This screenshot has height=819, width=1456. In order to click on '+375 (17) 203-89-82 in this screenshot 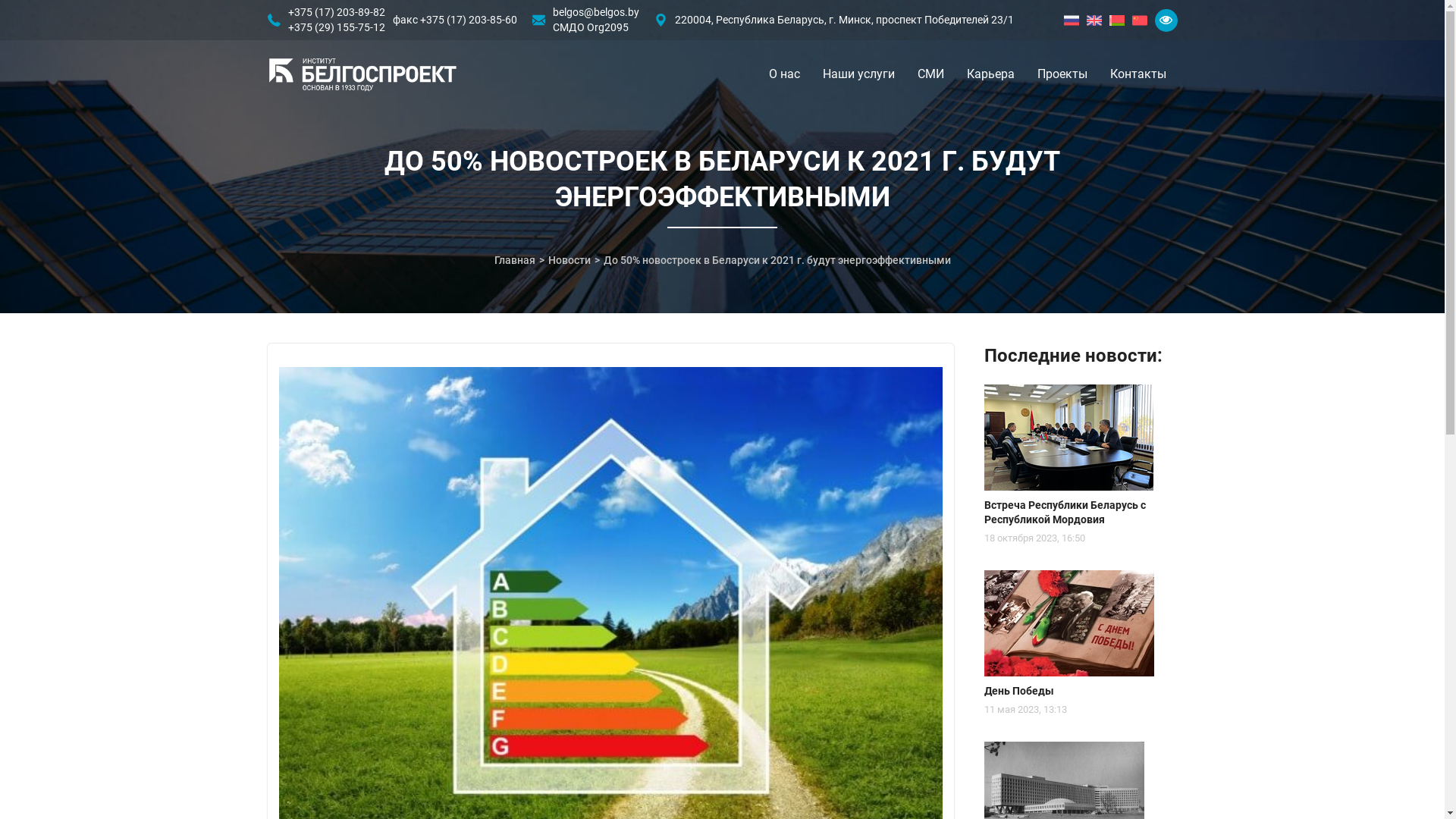, I will do `click(336, 20)`.